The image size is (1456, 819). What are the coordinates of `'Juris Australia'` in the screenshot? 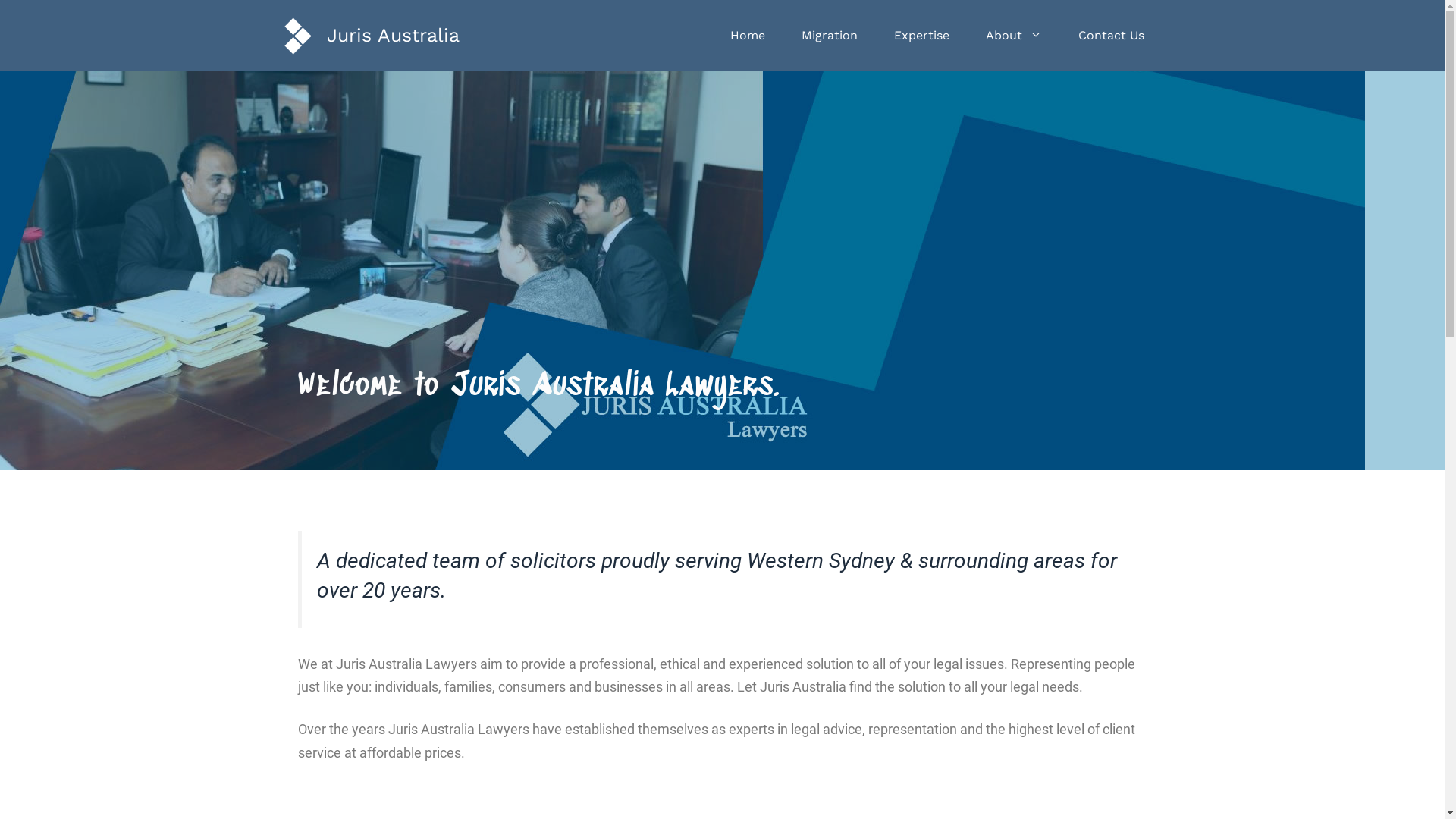 It's located at (392, 34).